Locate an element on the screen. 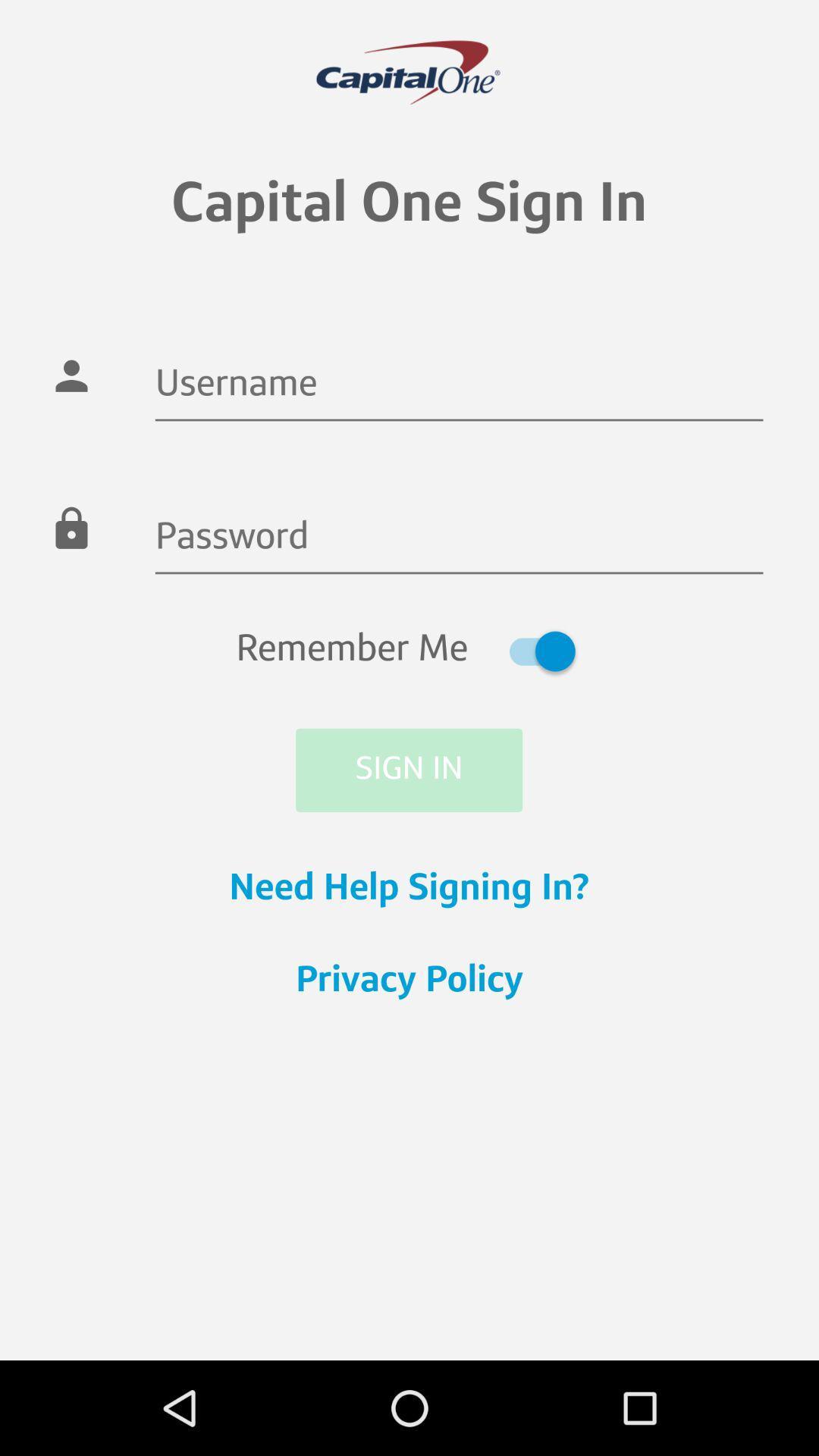  privacy policy item is located at coordinates (409, 982).